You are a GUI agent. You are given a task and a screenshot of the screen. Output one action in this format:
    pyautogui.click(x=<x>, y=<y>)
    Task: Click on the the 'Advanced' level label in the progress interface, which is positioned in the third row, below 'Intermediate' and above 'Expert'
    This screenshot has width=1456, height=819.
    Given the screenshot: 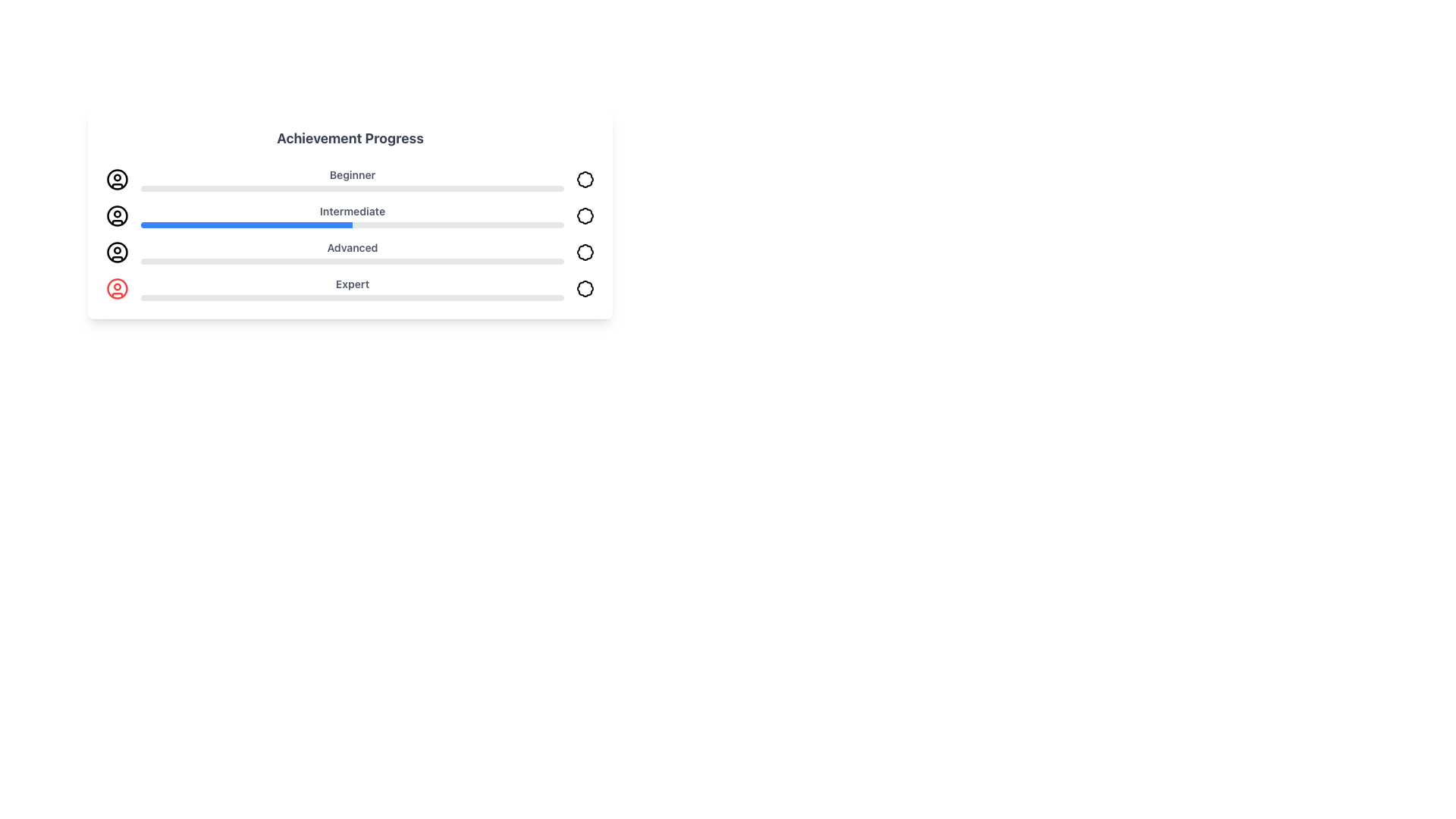 What is the action you would take?
    pyautogui.click(x=352, y=247)
    